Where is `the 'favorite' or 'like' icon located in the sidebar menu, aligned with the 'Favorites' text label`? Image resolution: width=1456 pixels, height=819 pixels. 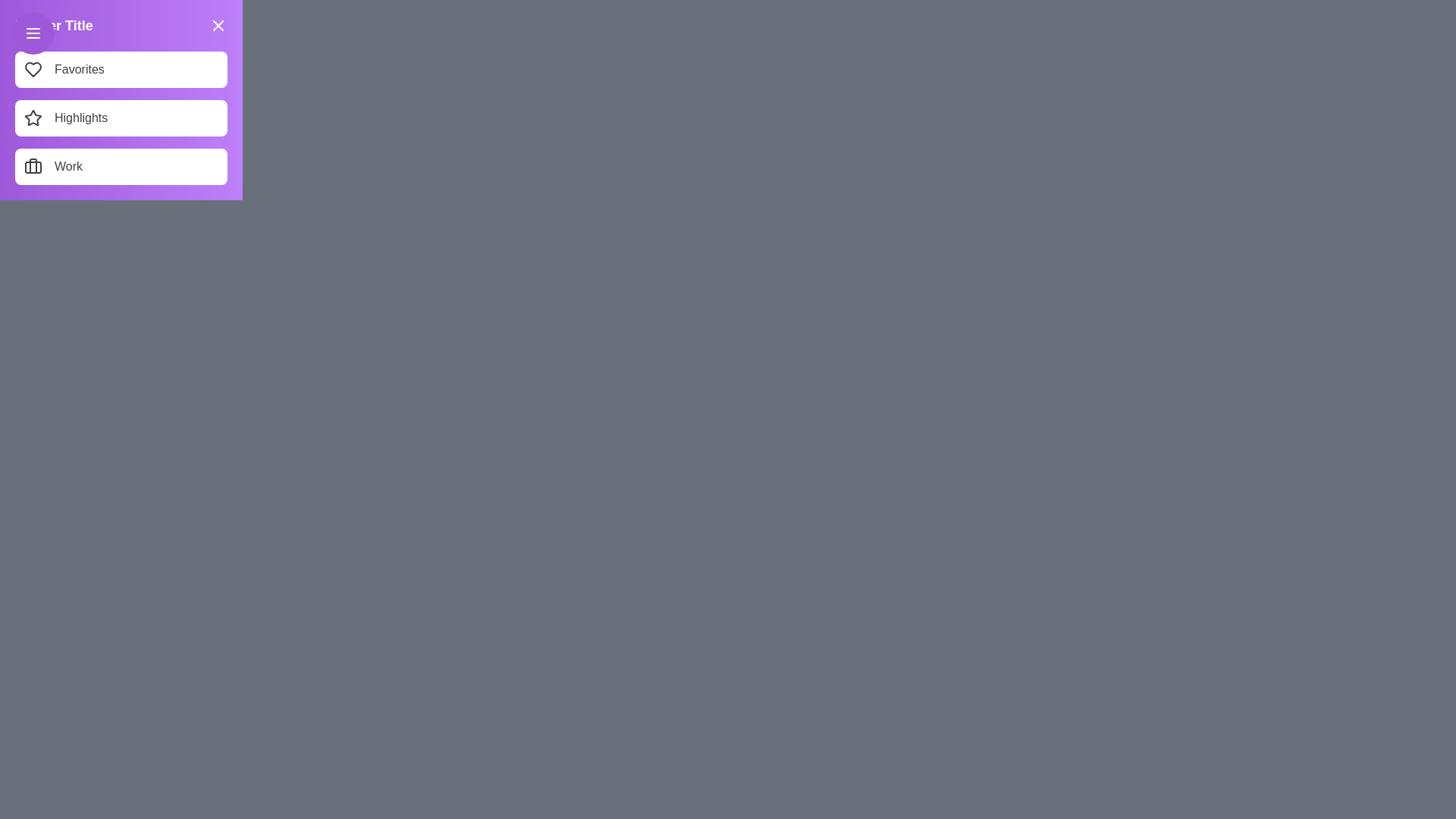
the 'favorite' or 'like' icon located in the sidebar menu, aligned with the 'Favorites' text label is located at coordinates (33, 70).